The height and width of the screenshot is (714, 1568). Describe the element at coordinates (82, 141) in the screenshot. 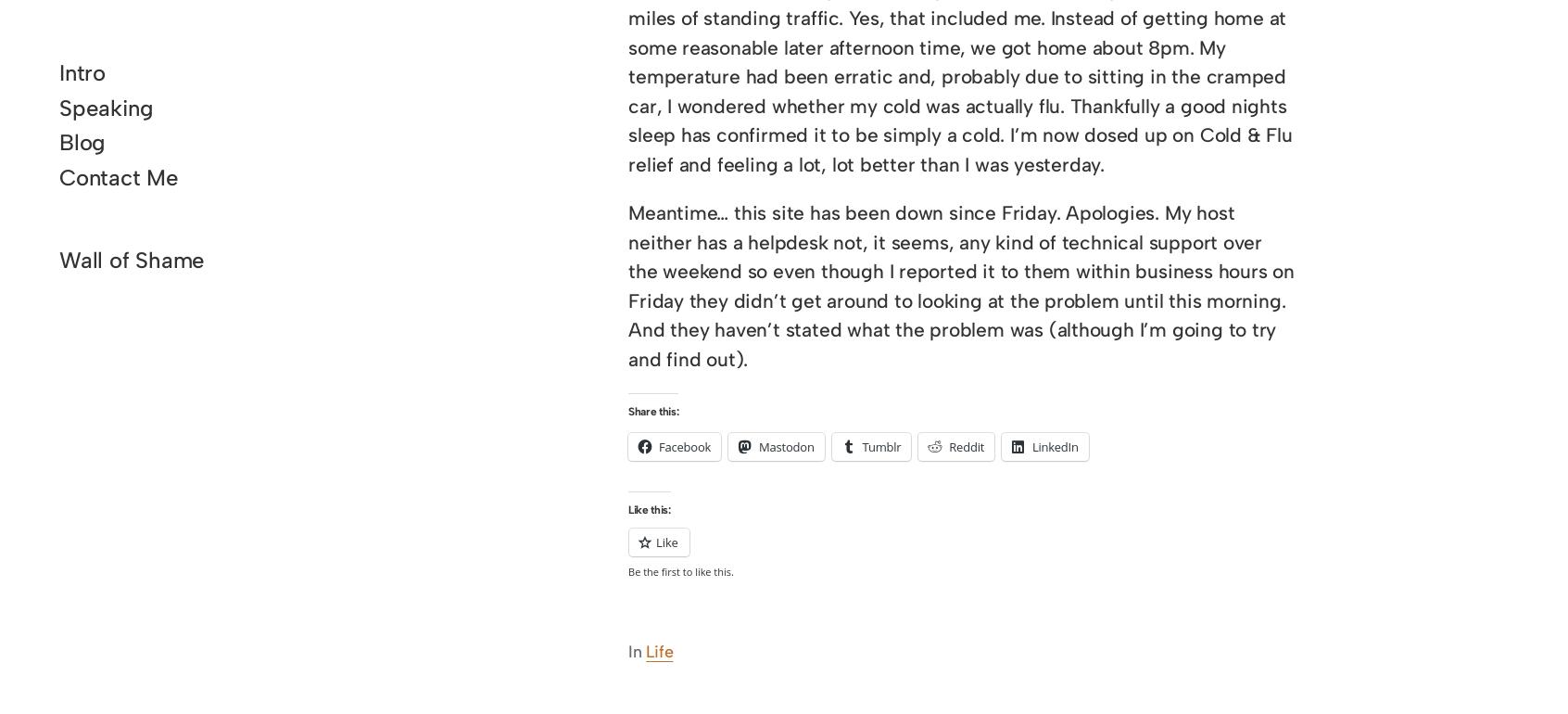

I see `'Blog'` at that location.